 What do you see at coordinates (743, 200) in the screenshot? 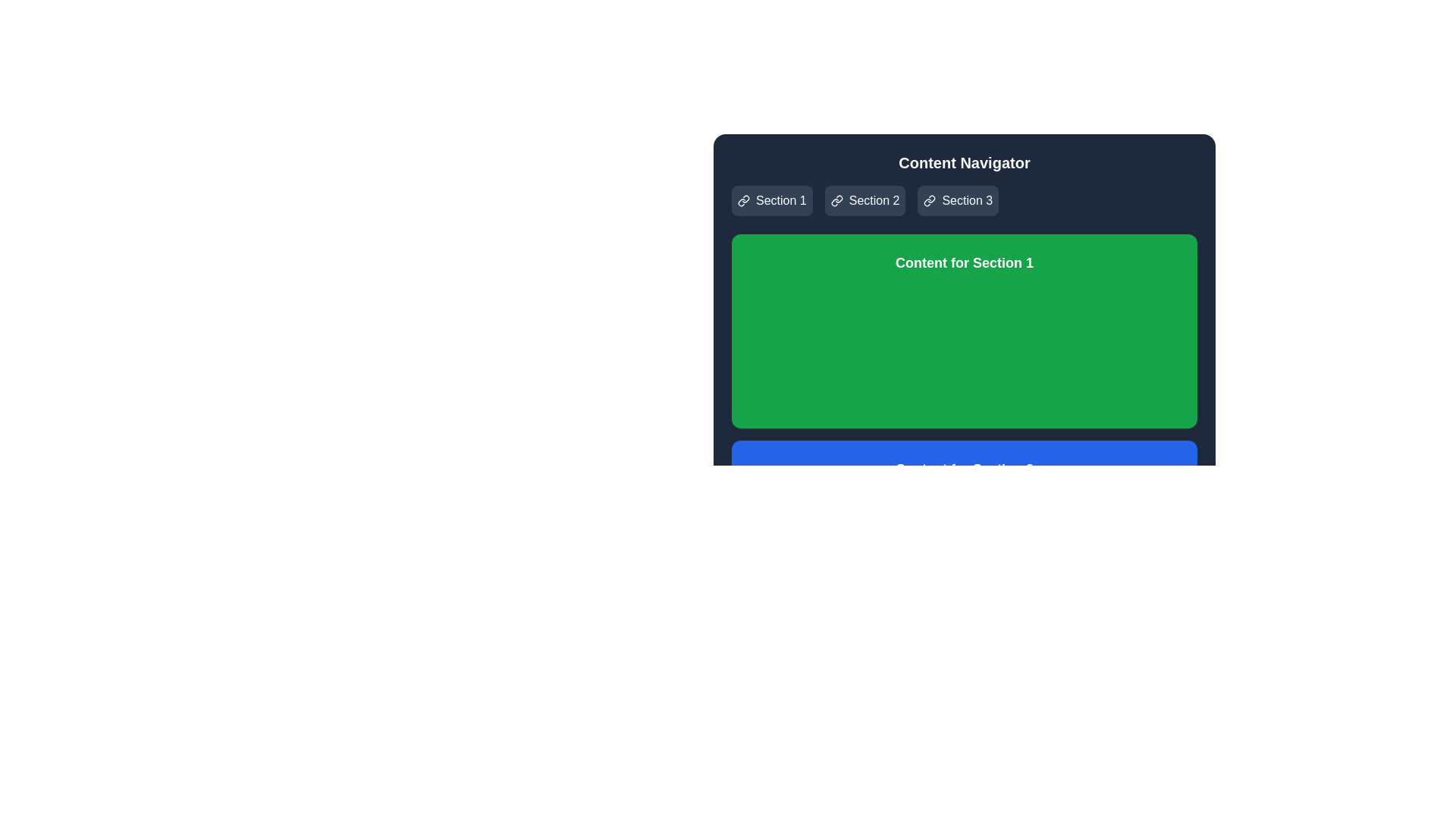
I see `the small black link icon located to the left of the text 'Section 1' within the first button of the 'Content Navigator'` at bounding box center [743, 200].